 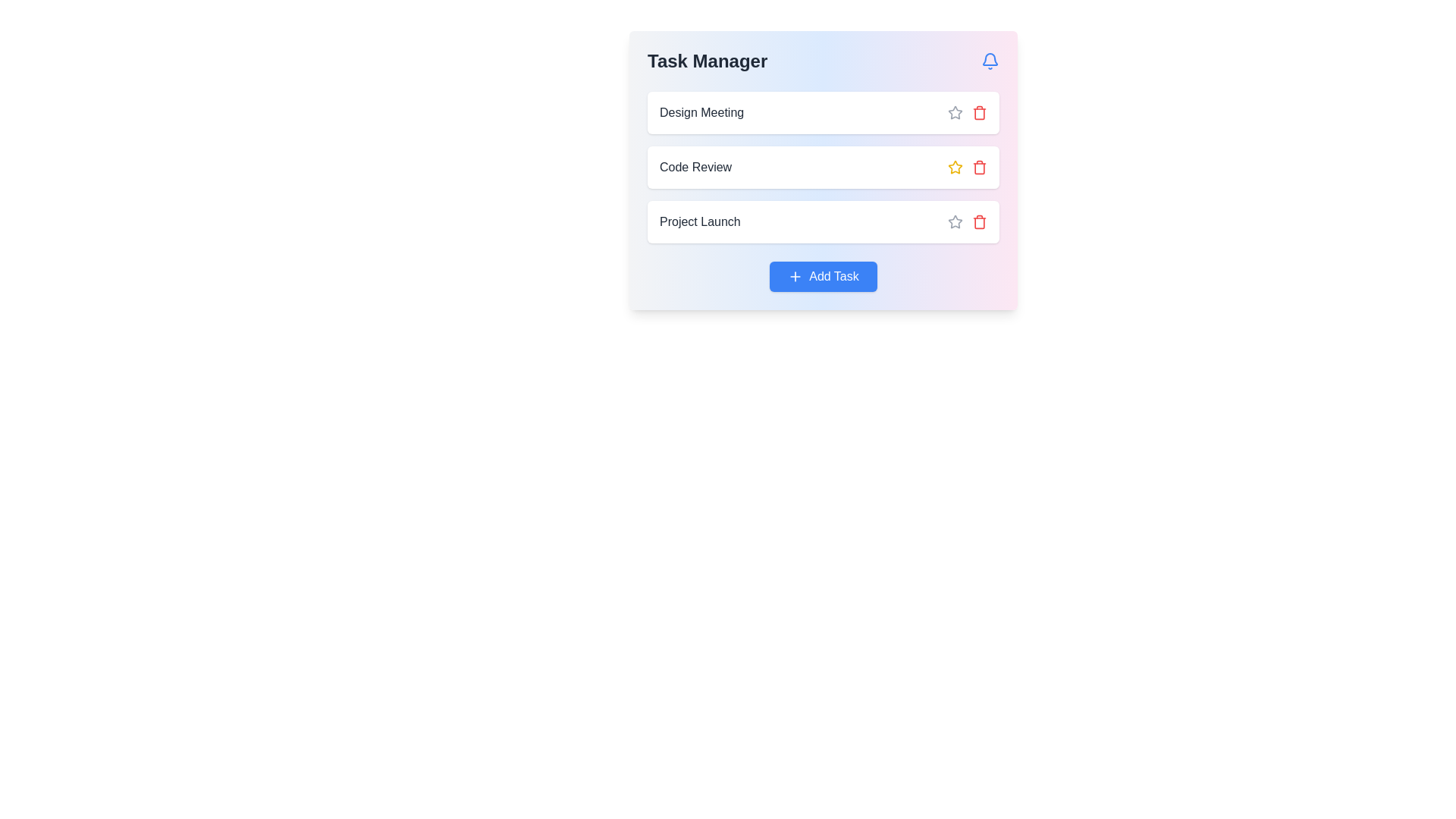 I want to click on the notification bell icon located, so click(x=990, y=61).